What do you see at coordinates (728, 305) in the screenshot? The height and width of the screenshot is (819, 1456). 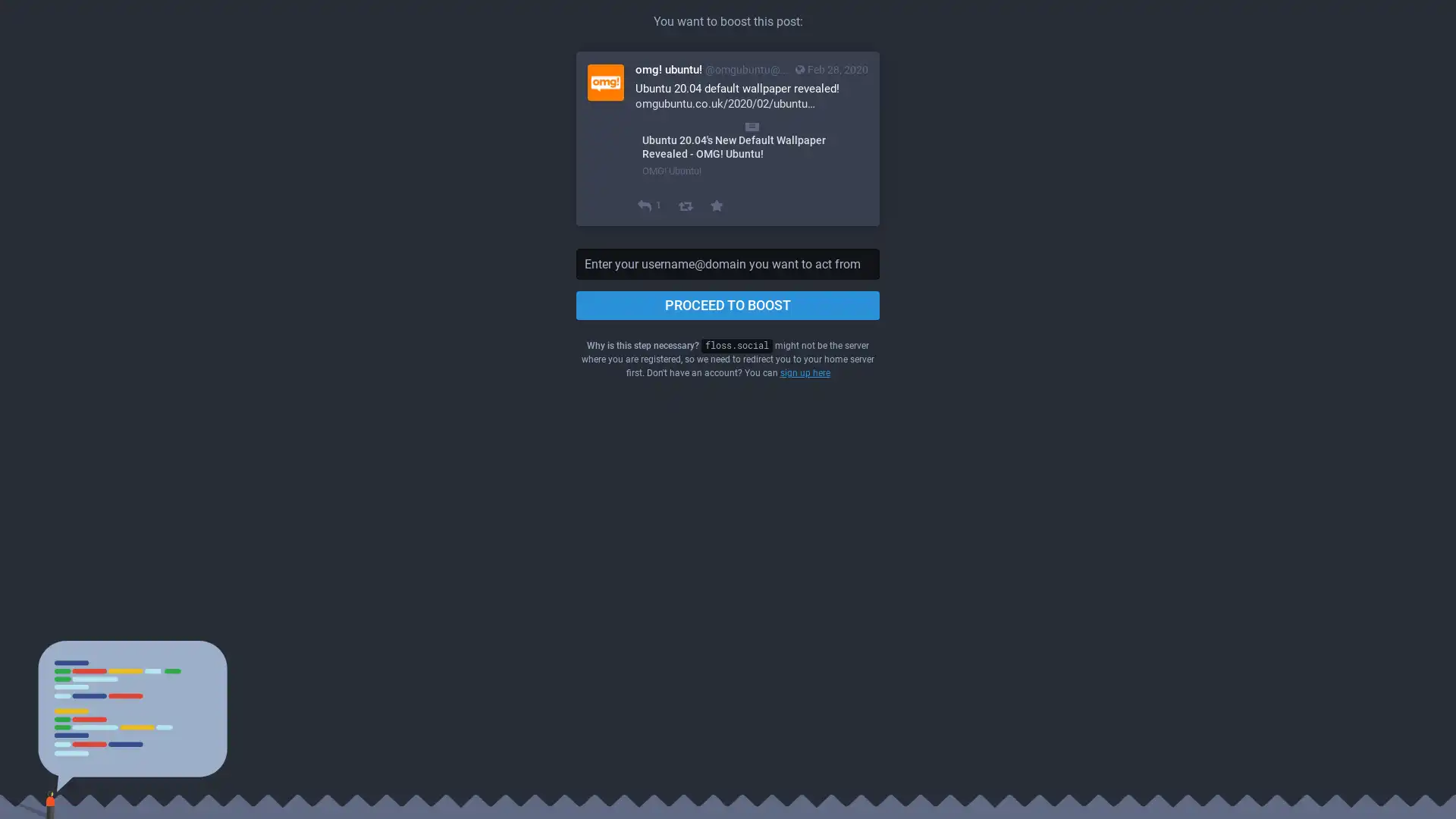 I see `PROCEED TO BOOST` at bounding box center [728, 305].